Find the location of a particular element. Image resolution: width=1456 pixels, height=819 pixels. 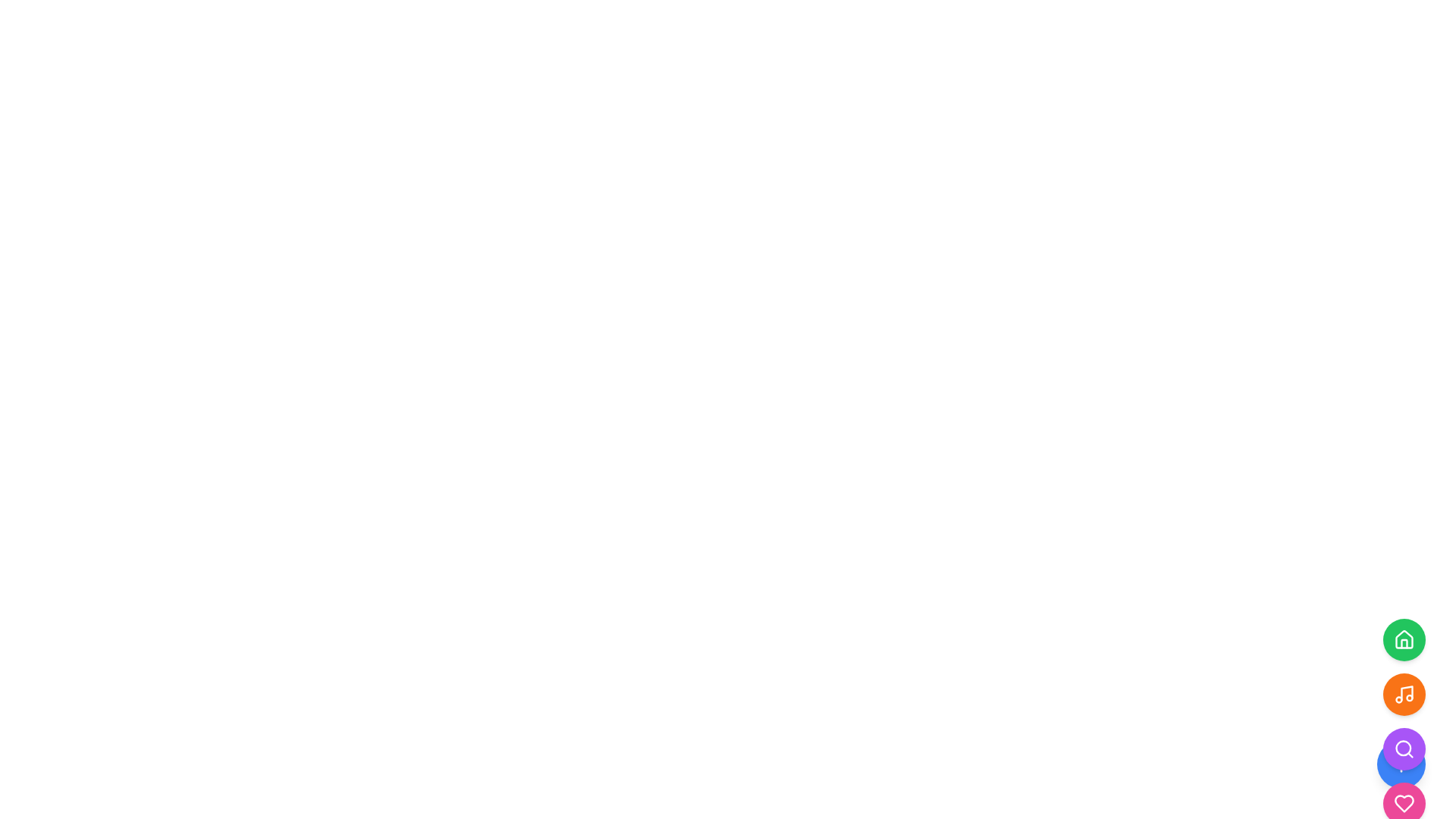

the '+' icon embedded in the action button located at the bottom-right side of the interface is located at coordinates (1401, 764).